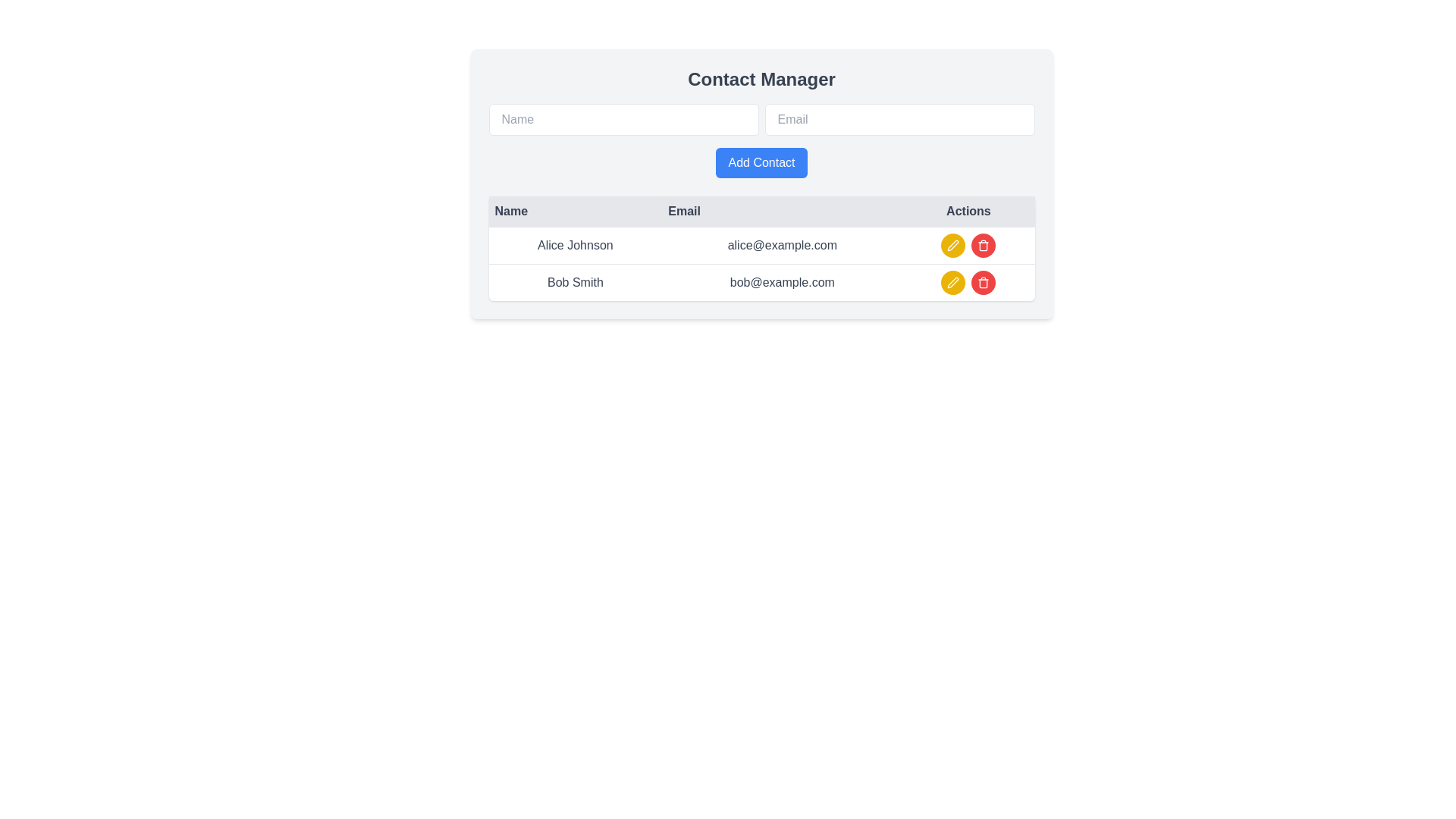 The width and height of the screenshot is (1456, 819). Describe the element at coordinates (952, 283) in the screenshot. I see `the edit icon button located in the second row of the table under the 'Actions' column` at that location.